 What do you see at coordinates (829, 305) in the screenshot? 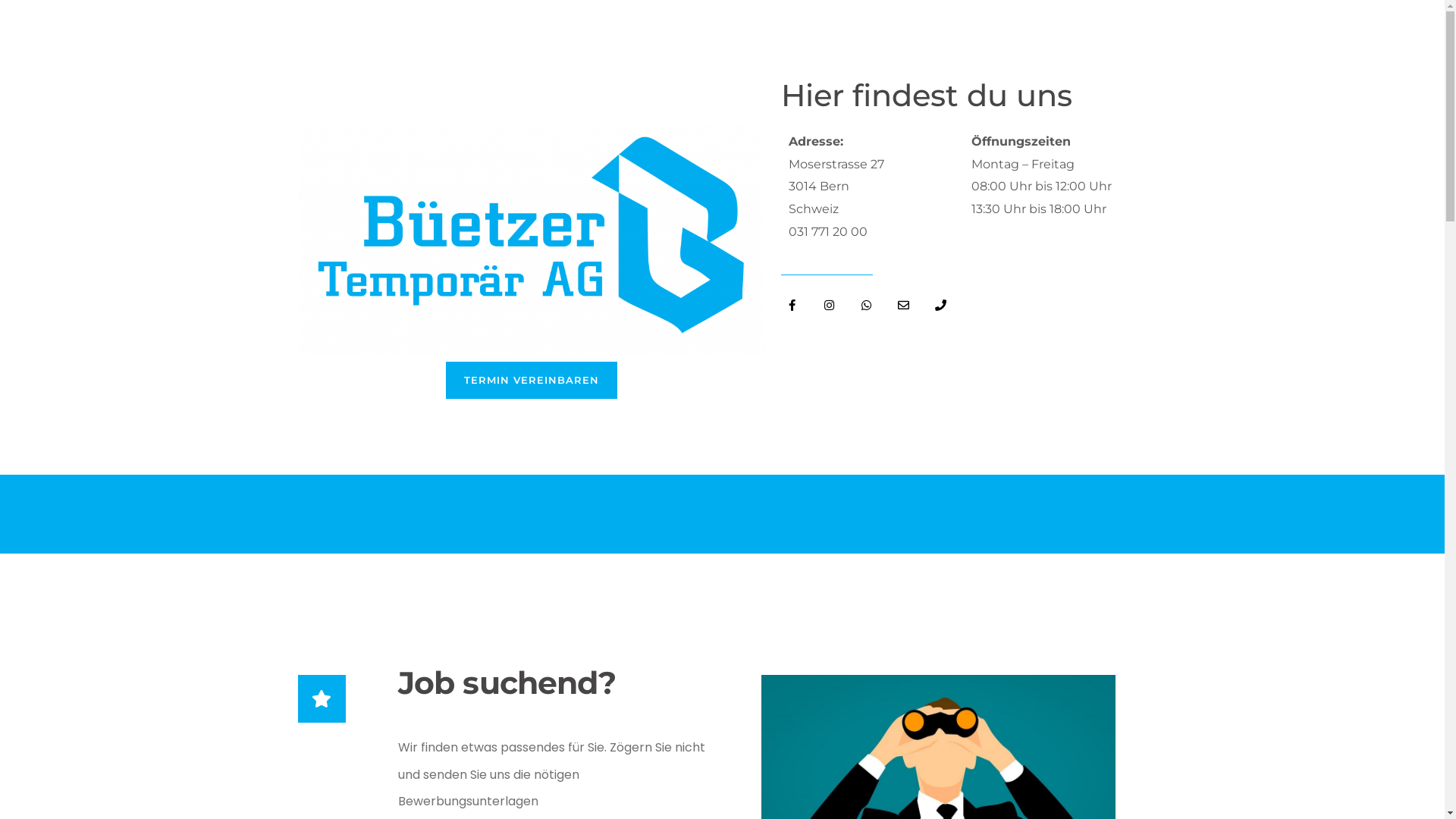
I see `'Instagram'` at bounding box center [829, 305].